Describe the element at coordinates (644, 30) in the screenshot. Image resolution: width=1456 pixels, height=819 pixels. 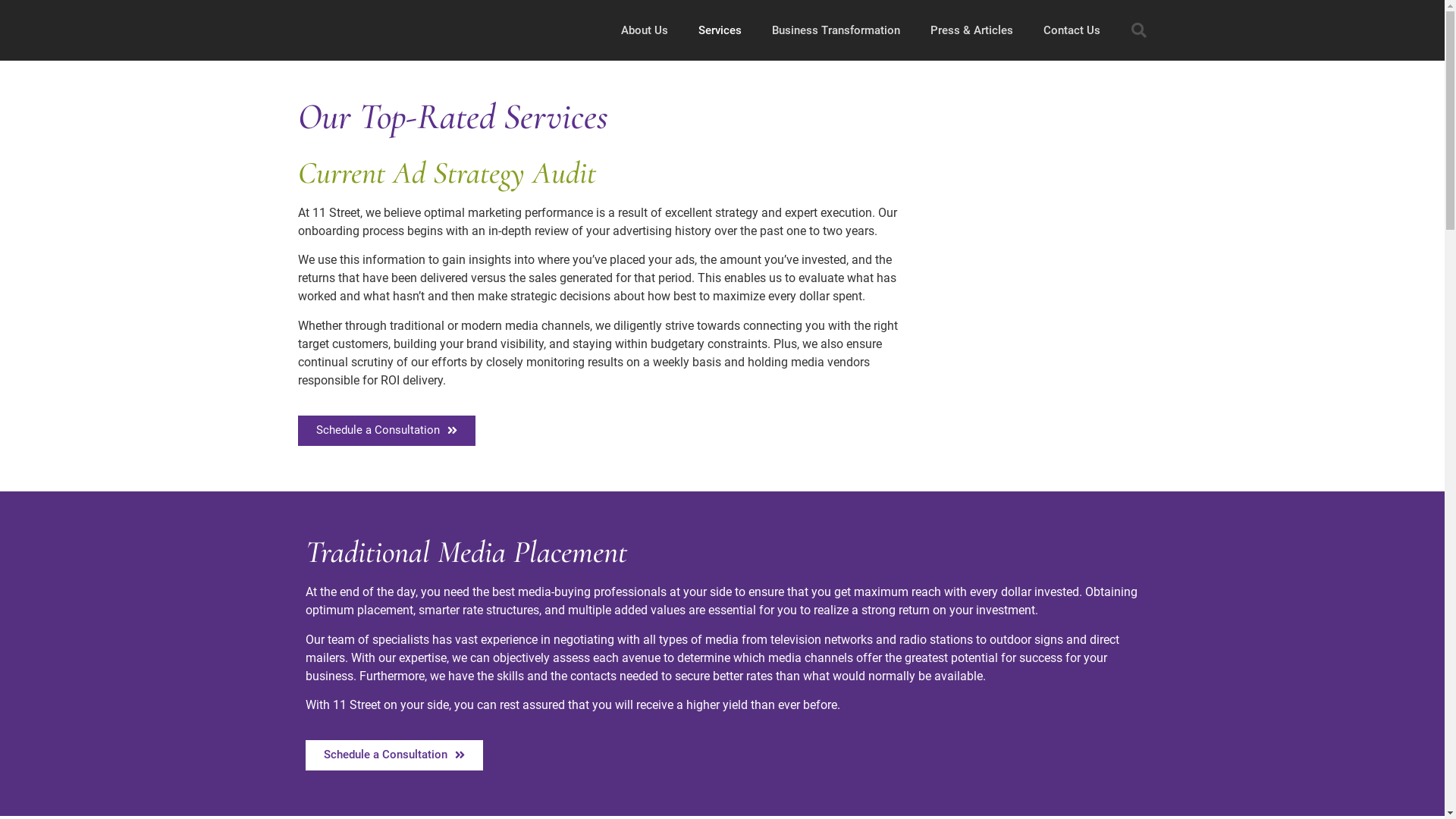
I see `'About Us'` at that location.